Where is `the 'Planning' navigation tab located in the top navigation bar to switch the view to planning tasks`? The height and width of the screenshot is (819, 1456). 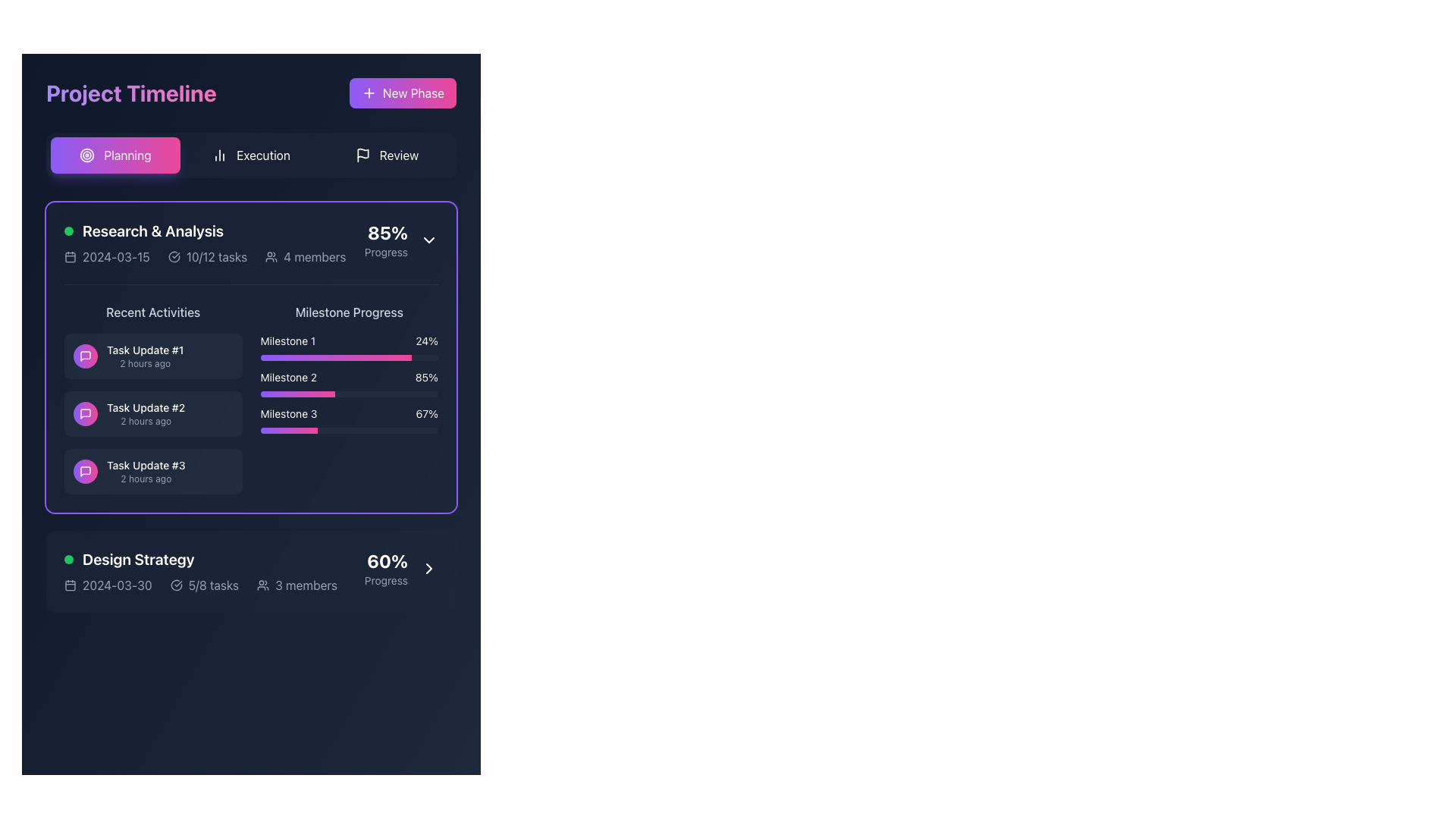 the 'Planning' navigation tab located in the top navigation bar to switch the view to planning tasks is located at coordinates (127, 155).